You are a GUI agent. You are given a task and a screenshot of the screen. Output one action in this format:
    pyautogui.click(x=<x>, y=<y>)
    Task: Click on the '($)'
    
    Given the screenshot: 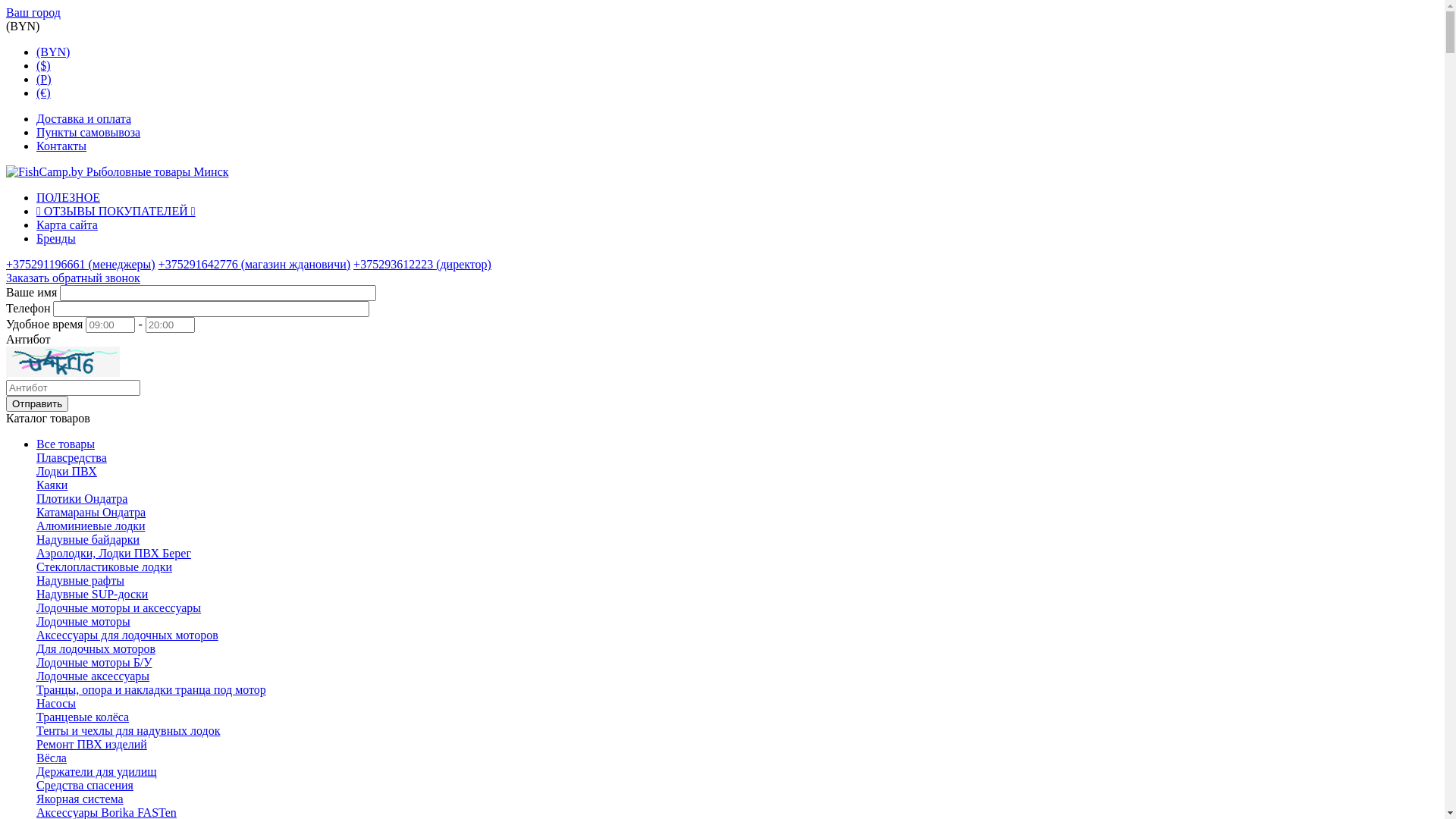 What is the action you would take?
    pyautogui.click(x=43, y=64)
    